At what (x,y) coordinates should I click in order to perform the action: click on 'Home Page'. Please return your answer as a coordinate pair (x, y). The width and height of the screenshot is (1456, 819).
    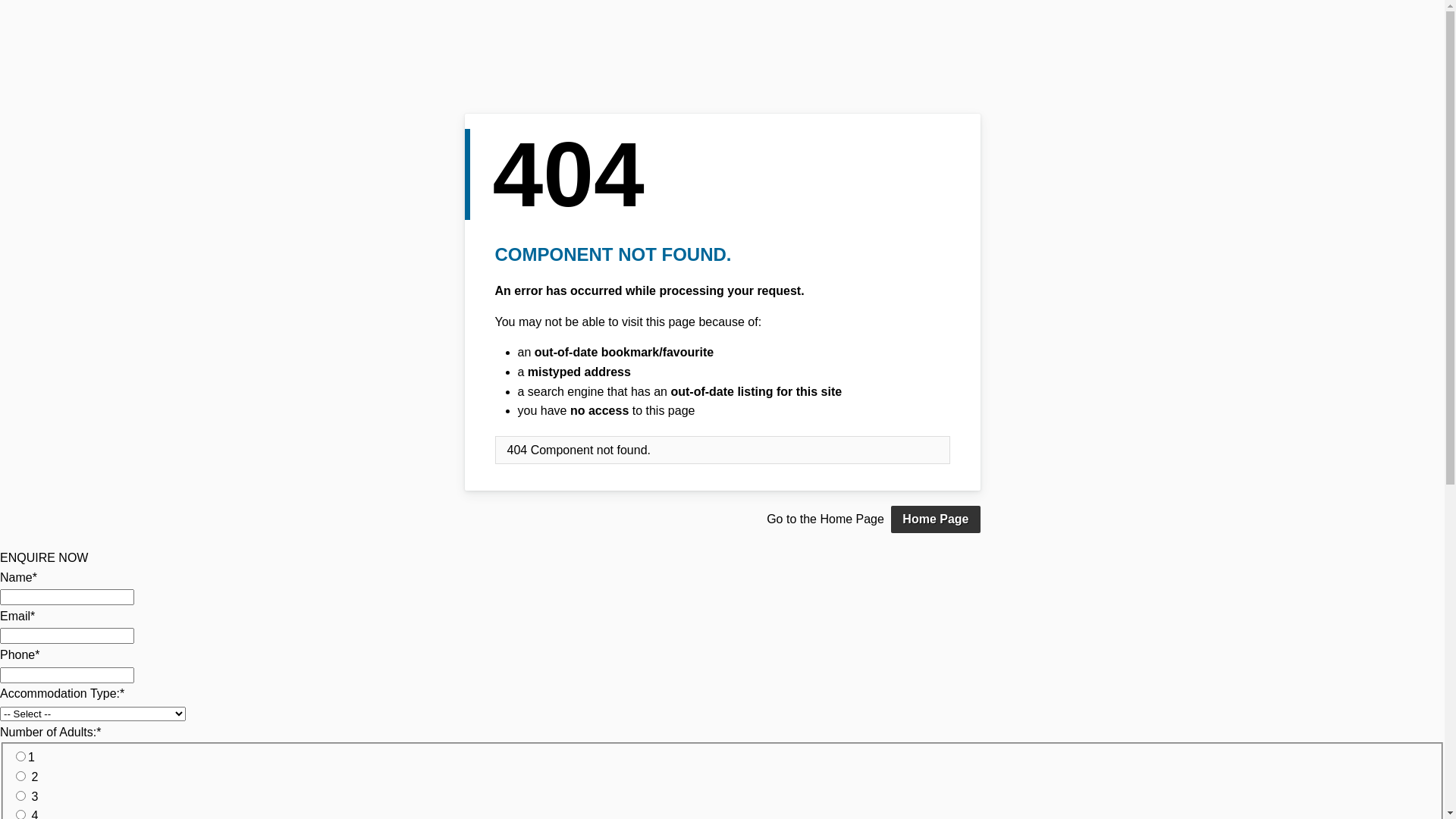
    Looking at the image, I should click on (934, 519).